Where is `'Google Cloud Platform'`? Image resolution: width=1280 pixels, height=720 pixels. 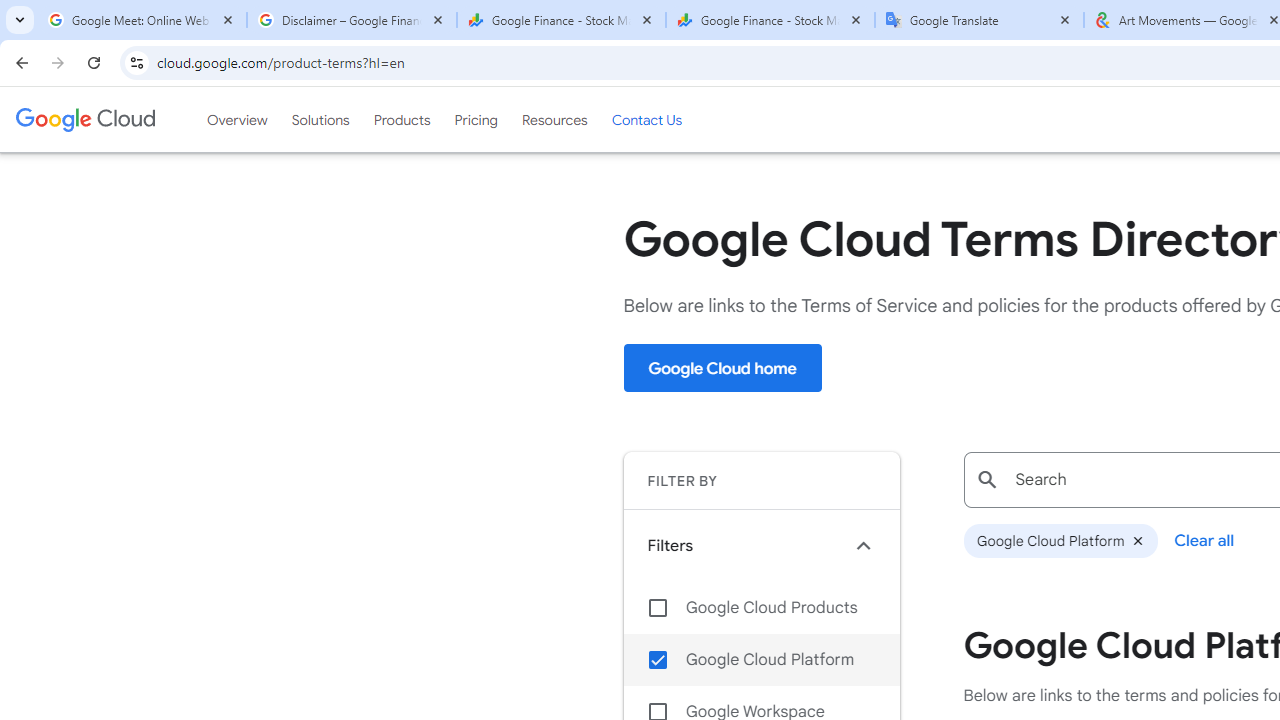 'Google Cloud Platform' is located at coordinates (760, 660).